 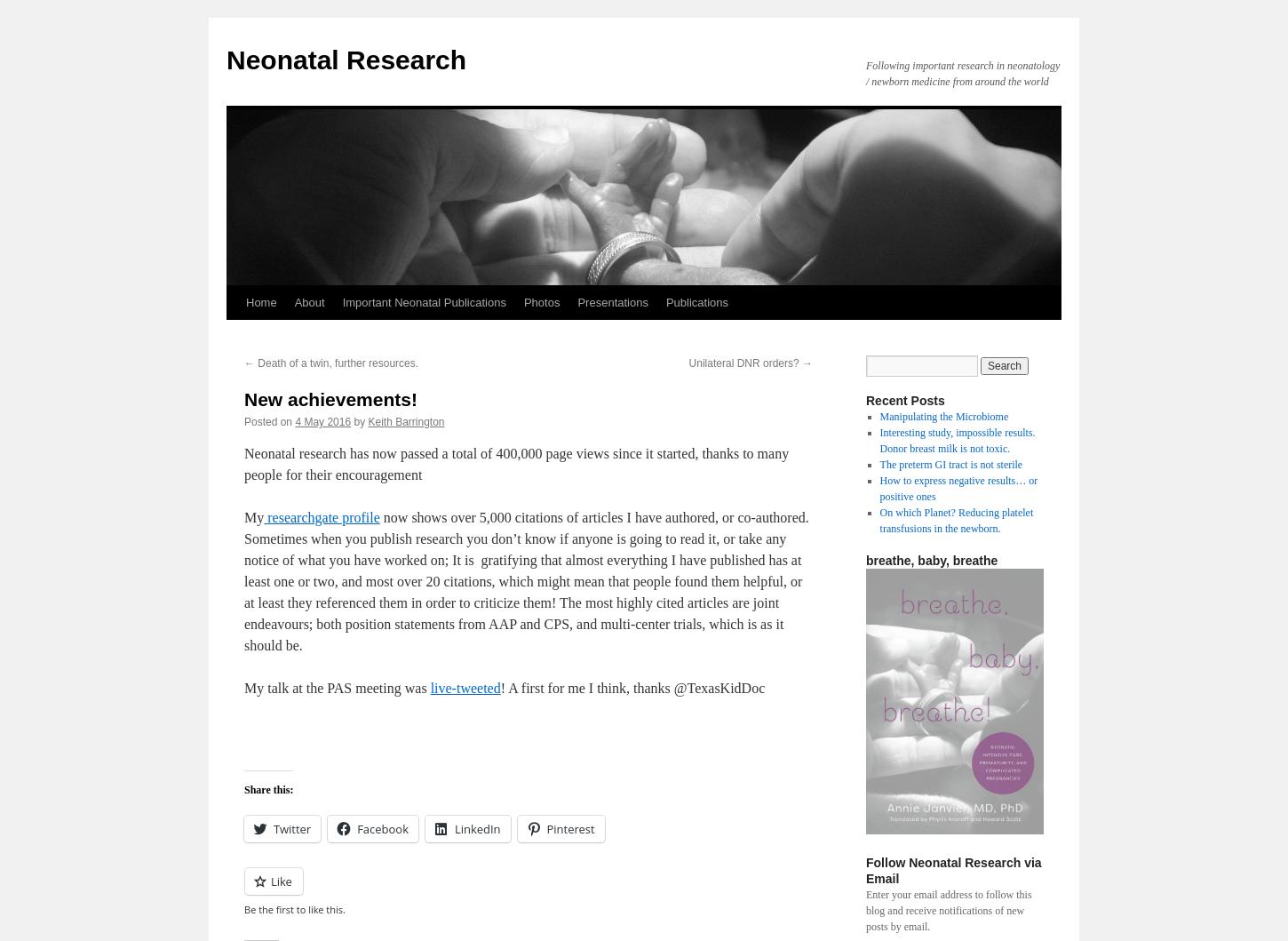 What do you see at coordinates (516, 464) in the screenshot?
I see `'Neonatal research has now passed a total of 400,000 page views since it started, thanks to many people for their encouragement'` at bounding box center [516, 464].